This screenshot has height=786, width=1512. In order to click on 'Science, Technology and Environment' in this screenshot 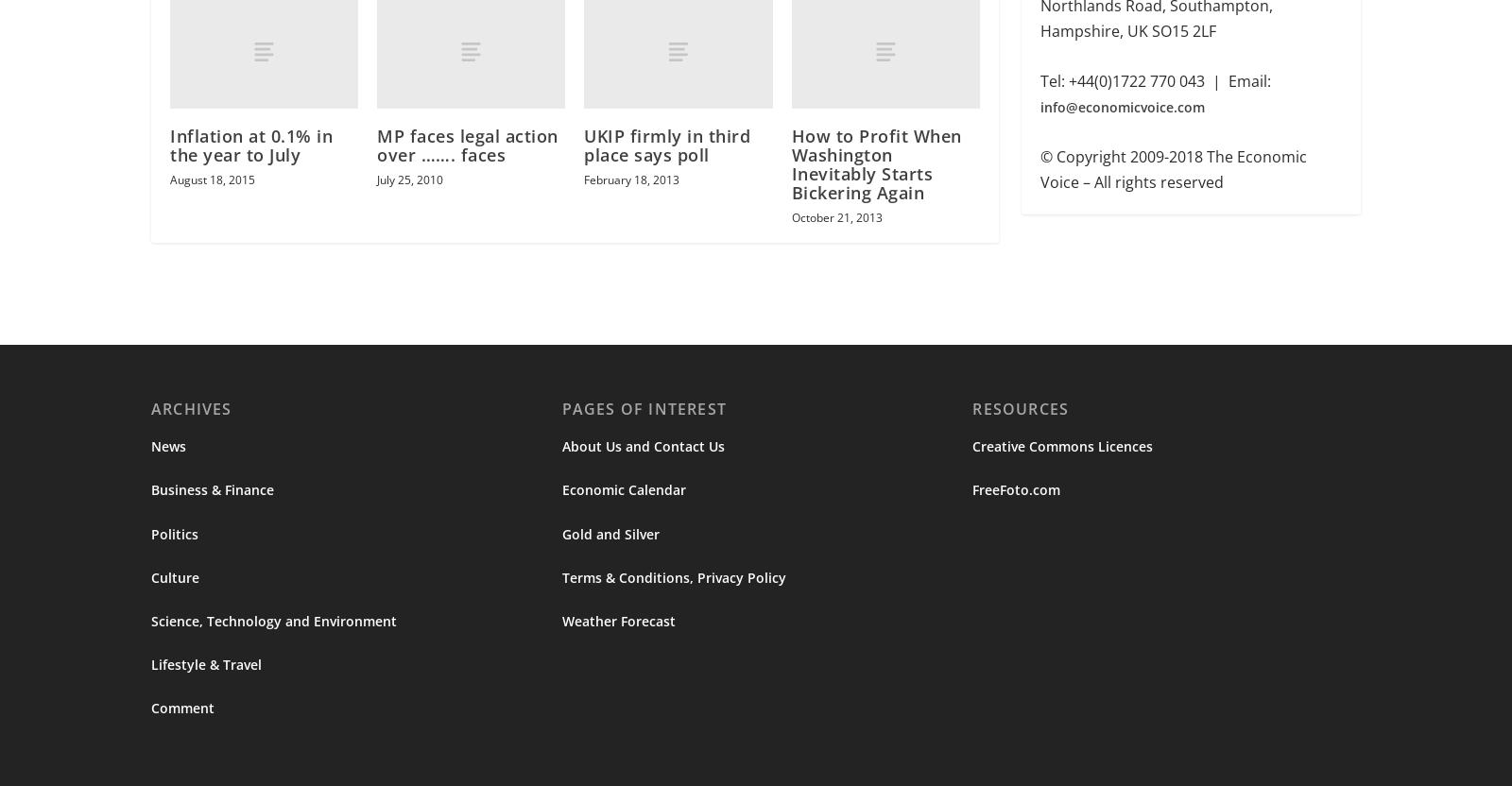, I will do `click(274, 624)`.